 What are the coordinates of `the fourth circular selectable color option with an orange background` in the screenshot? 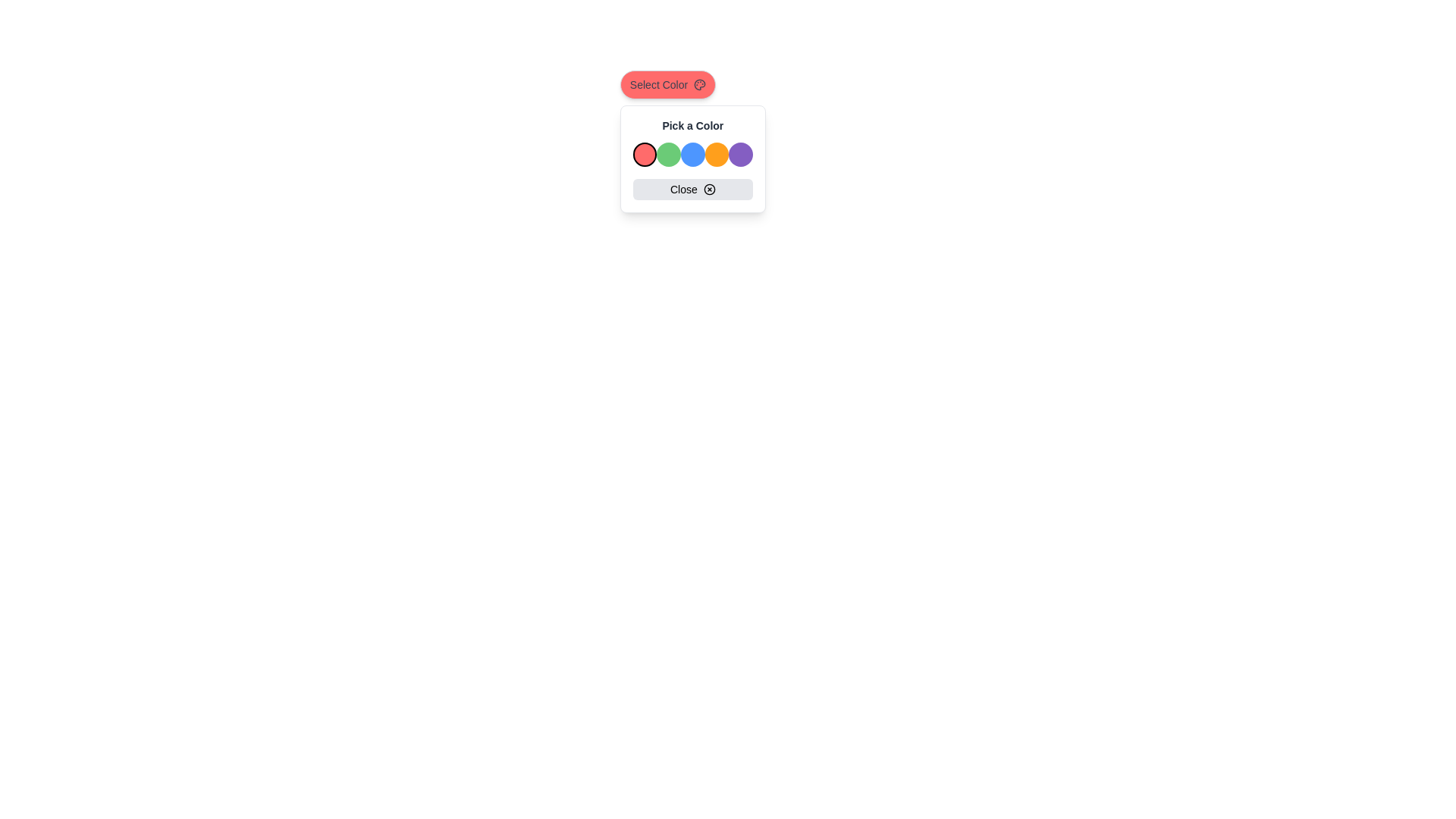 It's located at (716, 155).